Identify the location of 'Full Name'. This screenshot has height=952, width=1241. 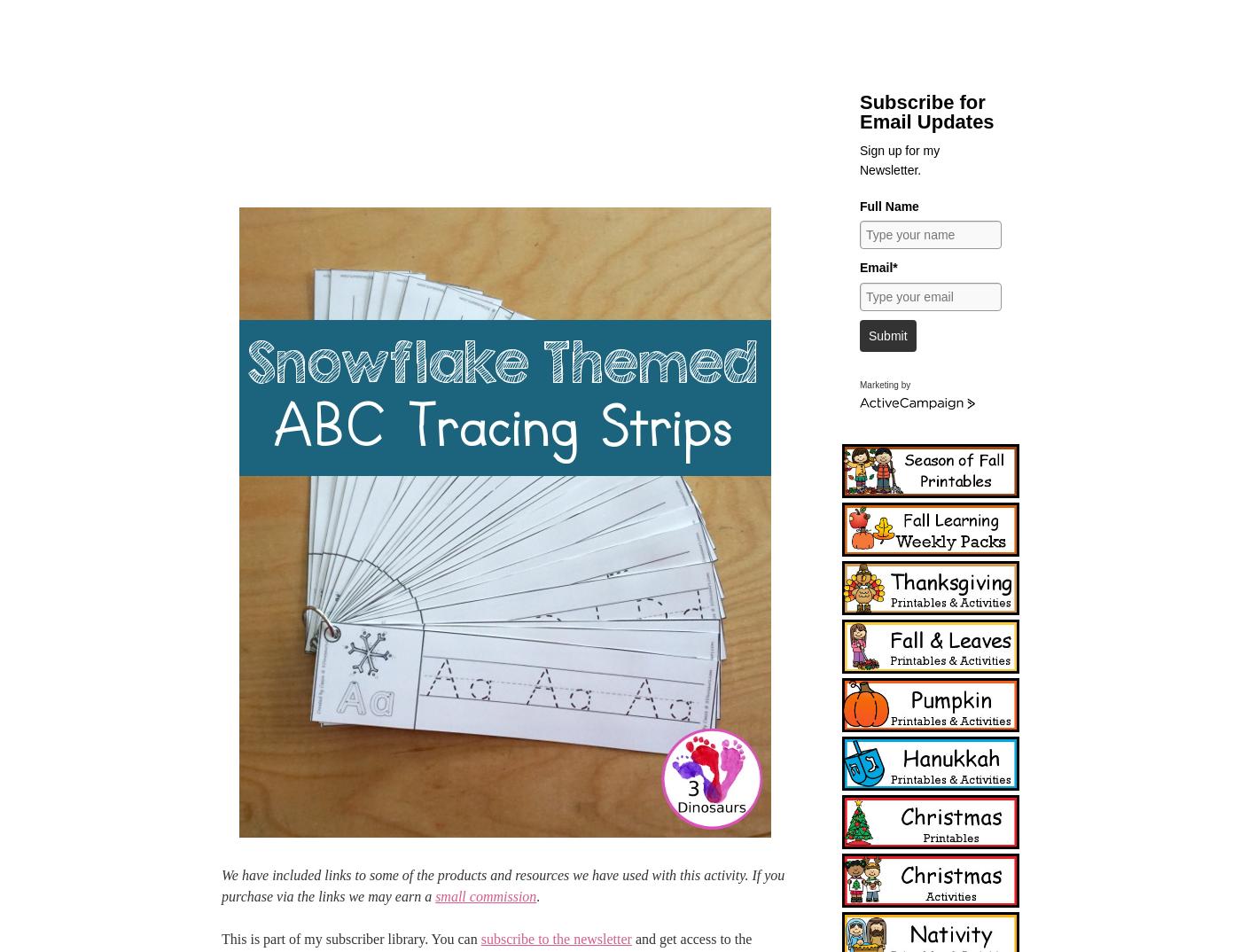
(888, 204).